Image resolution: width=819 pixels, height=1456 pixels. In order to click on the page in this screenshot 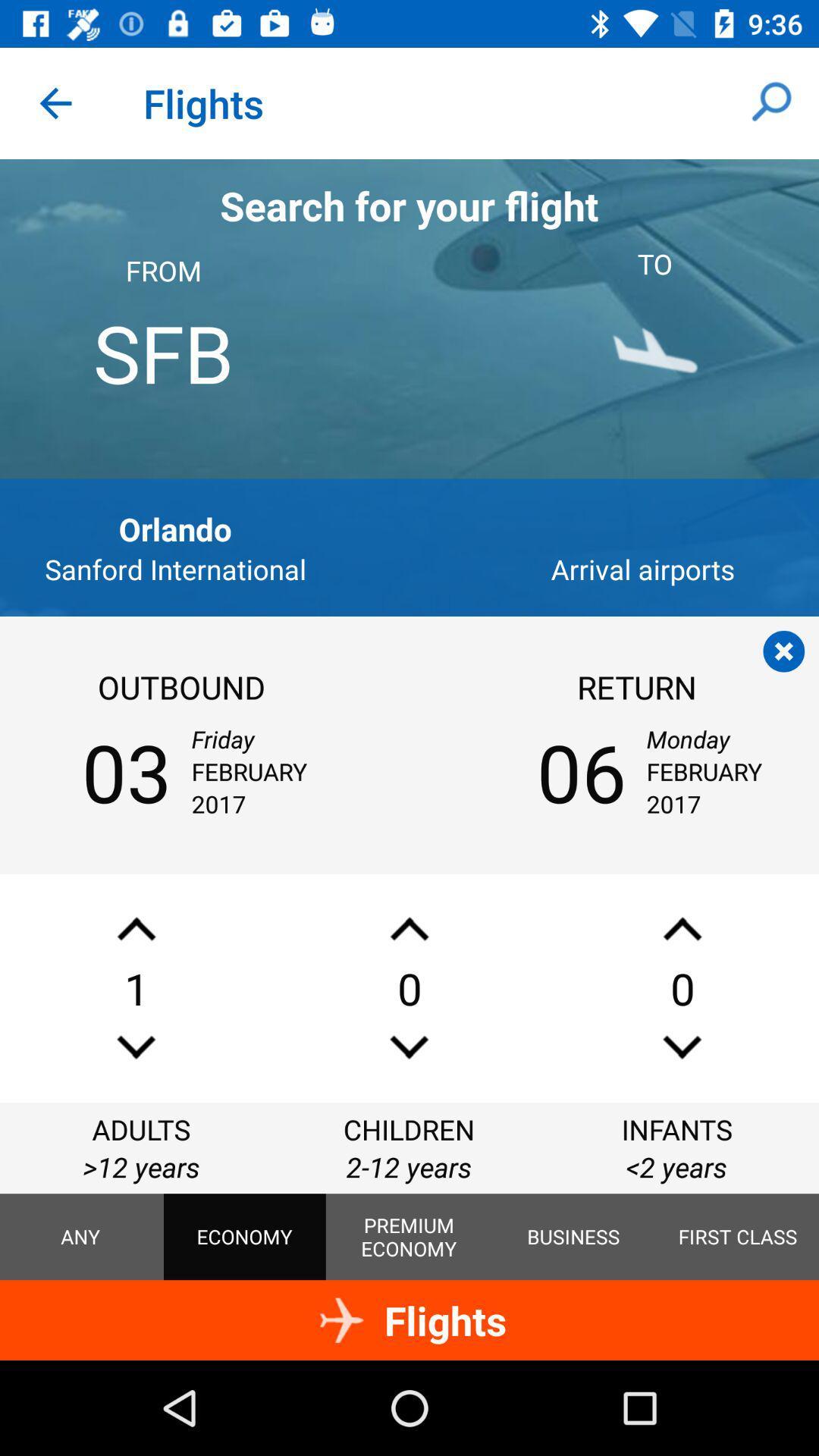, I will do `click(783, 651)`.